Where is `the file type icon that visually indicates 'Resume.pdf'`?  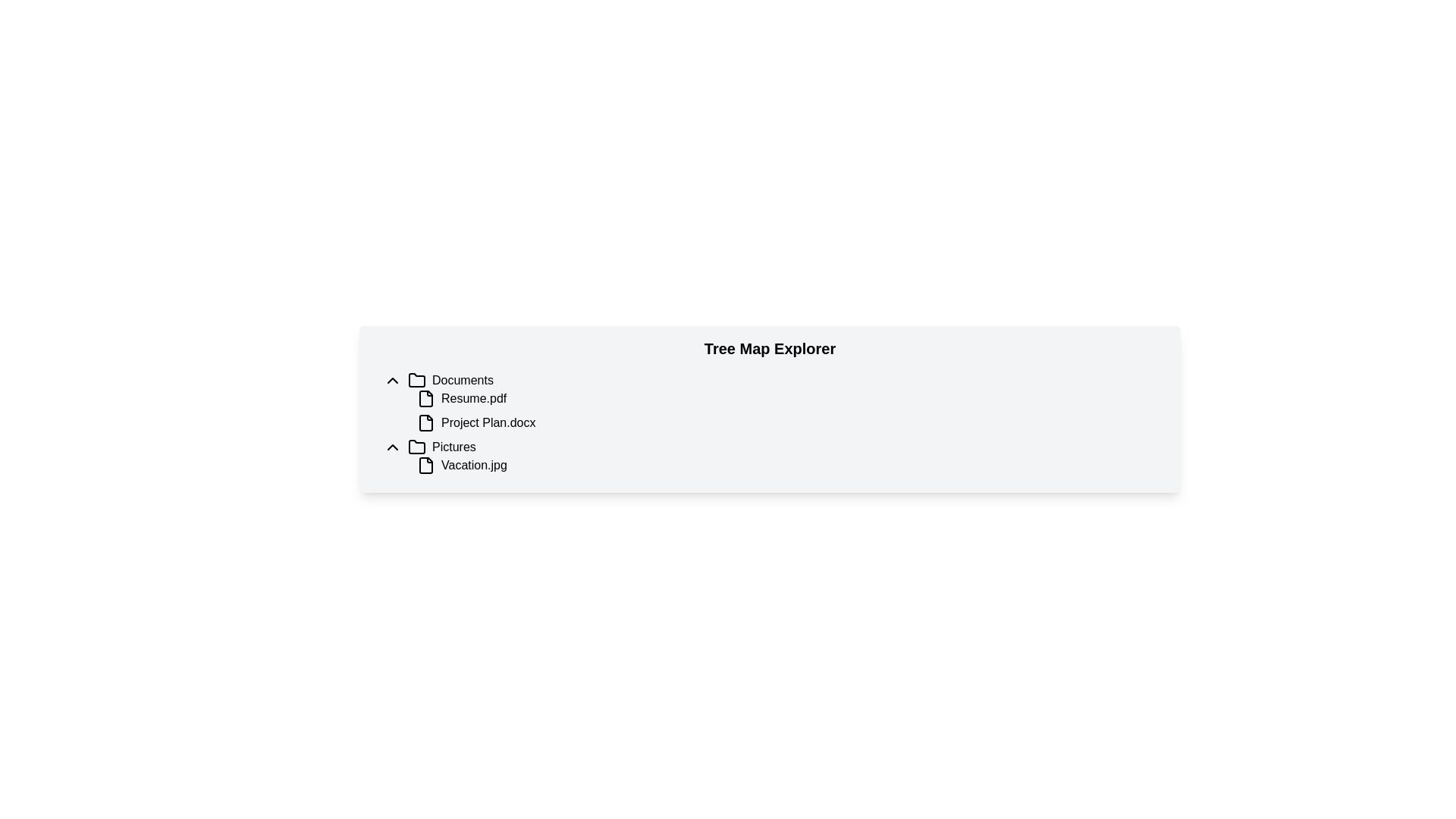
the file type icon that visually indicates 'Resume.pdf' is located at coordinates (425, 397).